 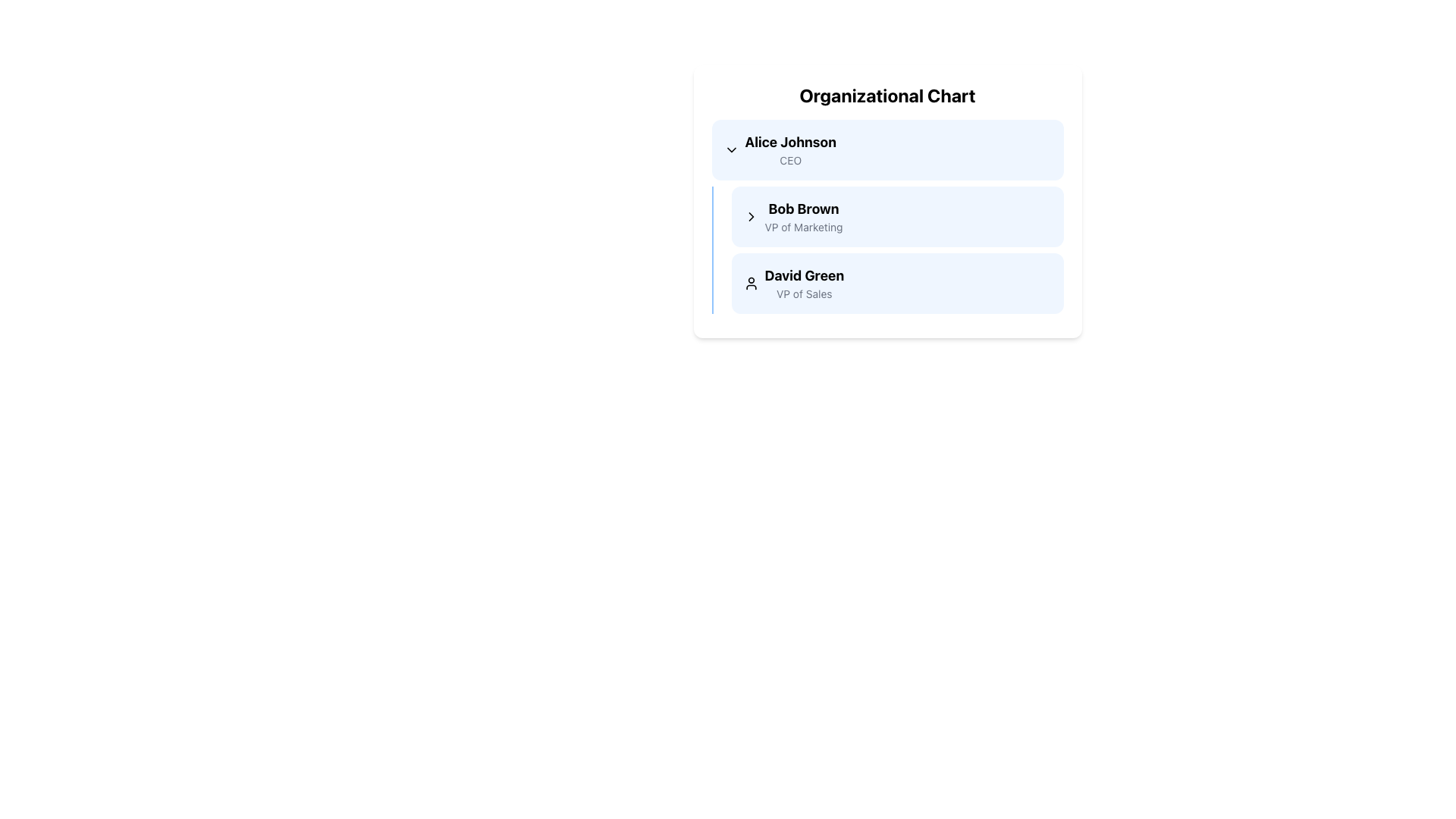 What do you see at coordinates (751, 216) in the screenshot?
I see `the right-facing chevron icon next to 'Bob Brown's' name in the organizational chart` at bounding box center [751, 216].